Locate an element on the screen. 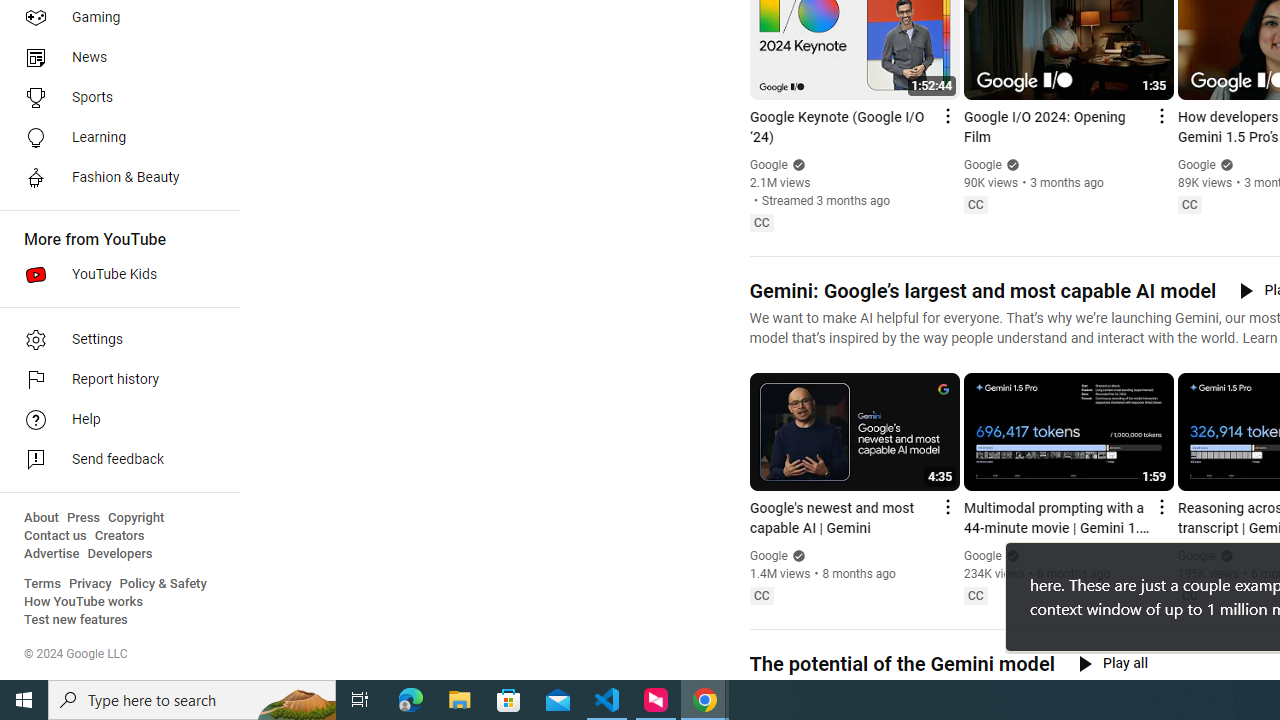 This screenshot has width=1280, height=720. 'Test new features' is located at coordinates (76, 619).